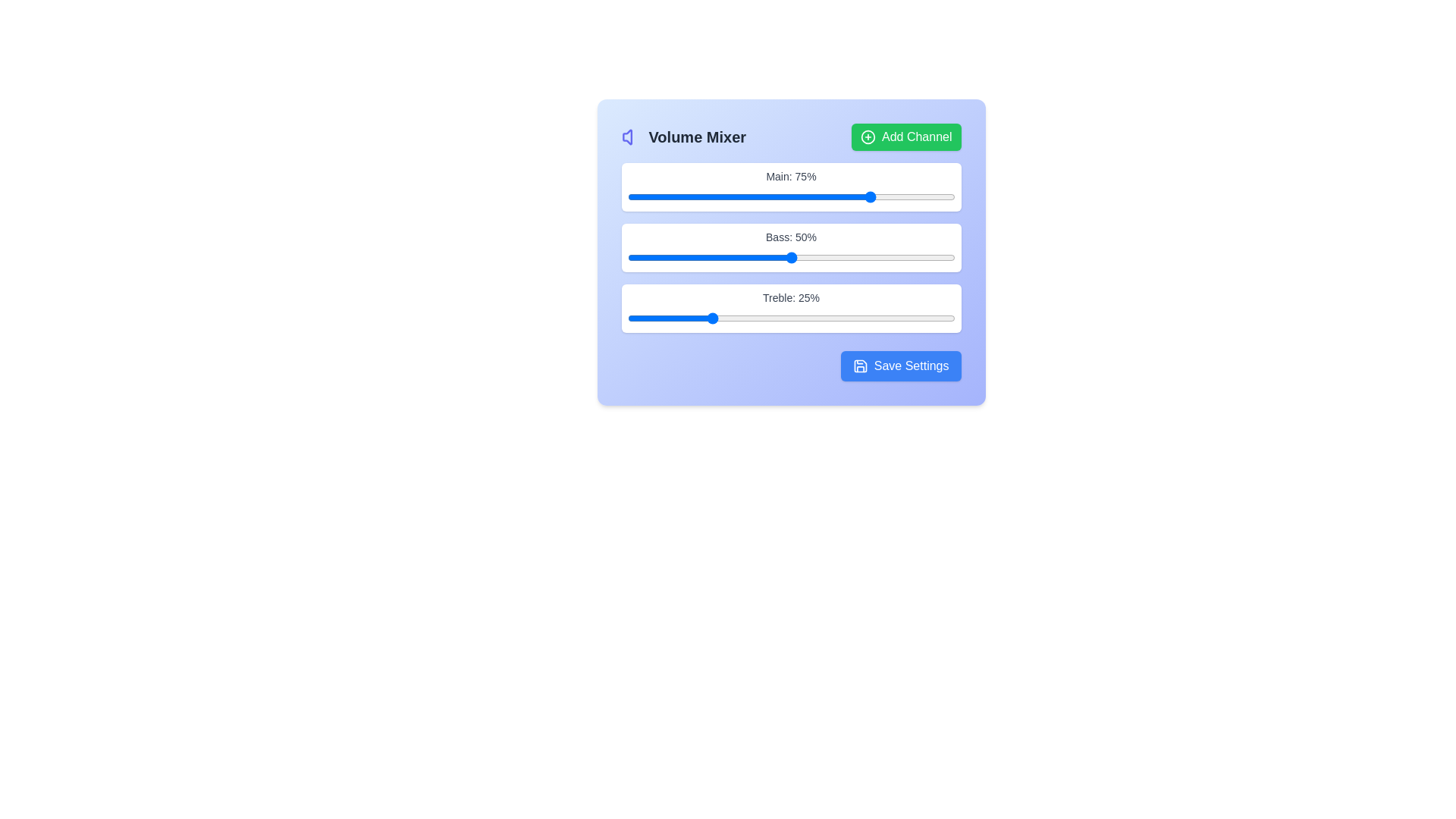 Image resolution: width=1456 pixels, height=819 pixels. What do you see at coordinates (790, 247) in the screenshot?
I see `the grouped set of sliders below the 'Volume Mixer' header` at bounding box center [790, 247].